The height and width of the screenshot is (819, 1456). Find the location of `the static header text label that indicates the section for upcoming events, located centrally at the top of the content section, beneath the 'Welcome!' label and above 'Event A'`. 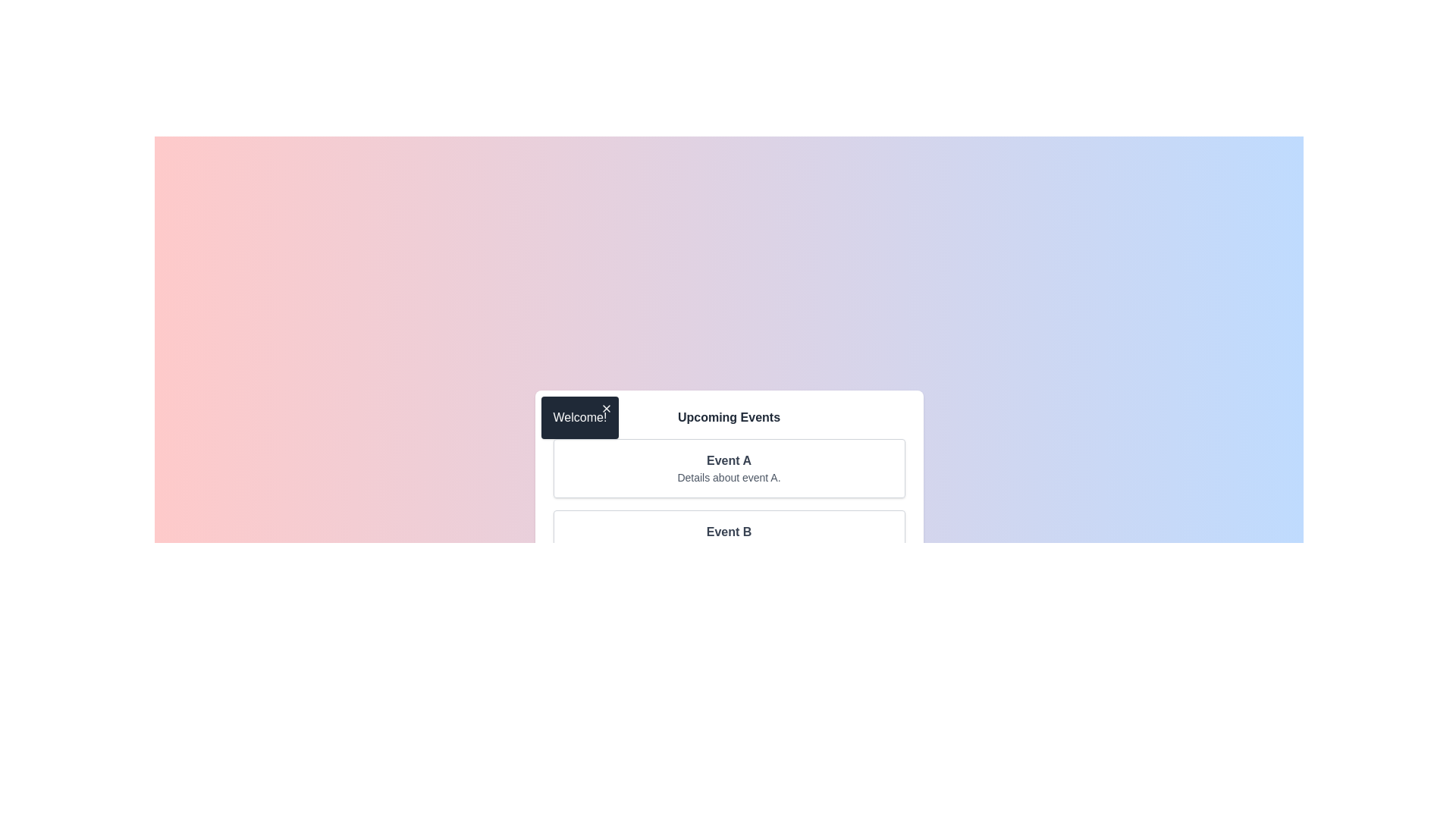

the static header text label that indicates the section for upcoming events, located centrally at the top of the content section, beneath the 'Welcome!' label and above 'Event A' is located at coordinates (729, 418).